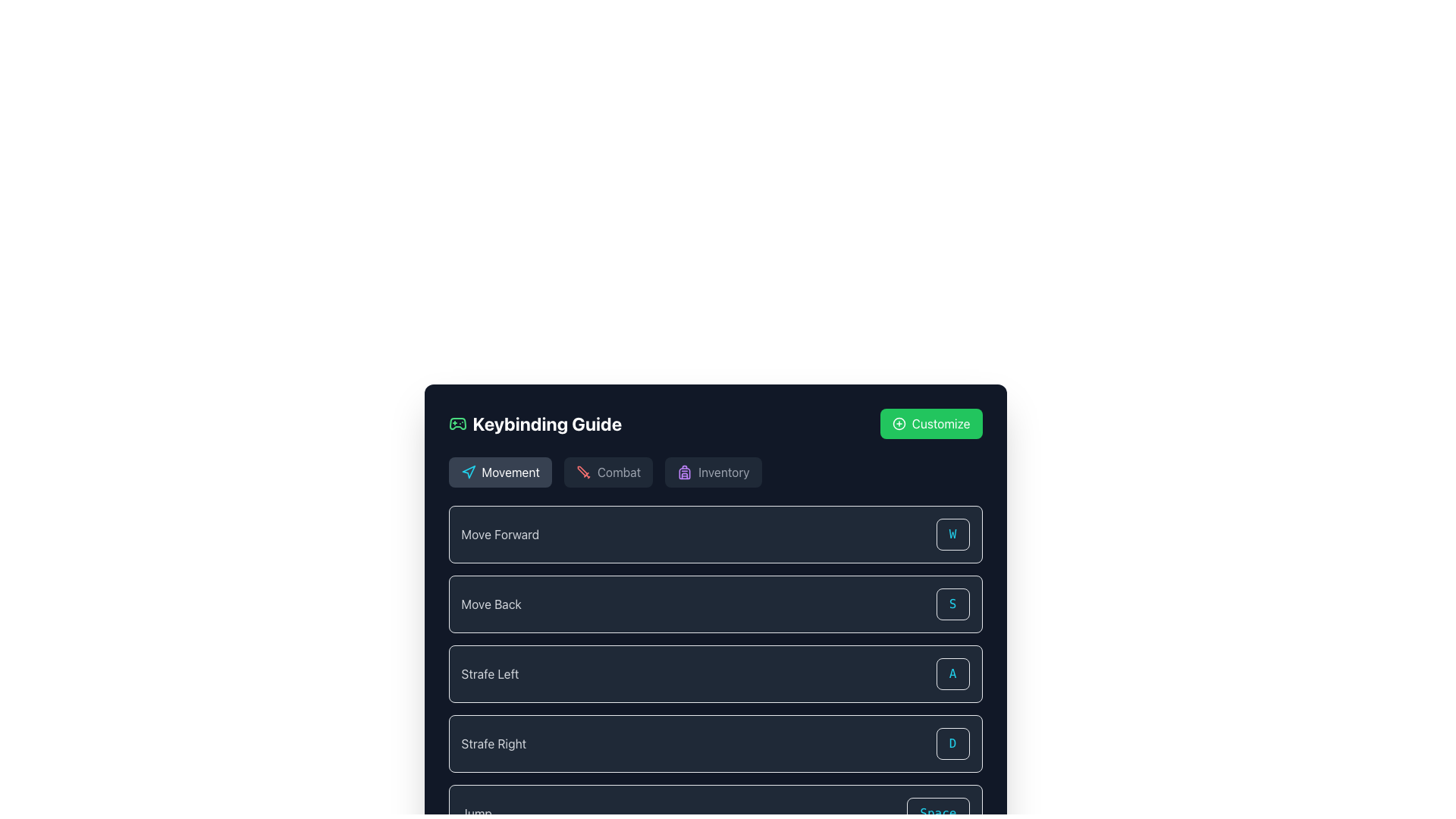 The image size is (1456, 819). I want to click on the second button in the horizontal row, which activates the Combat section of the interface, so click(608, 472).